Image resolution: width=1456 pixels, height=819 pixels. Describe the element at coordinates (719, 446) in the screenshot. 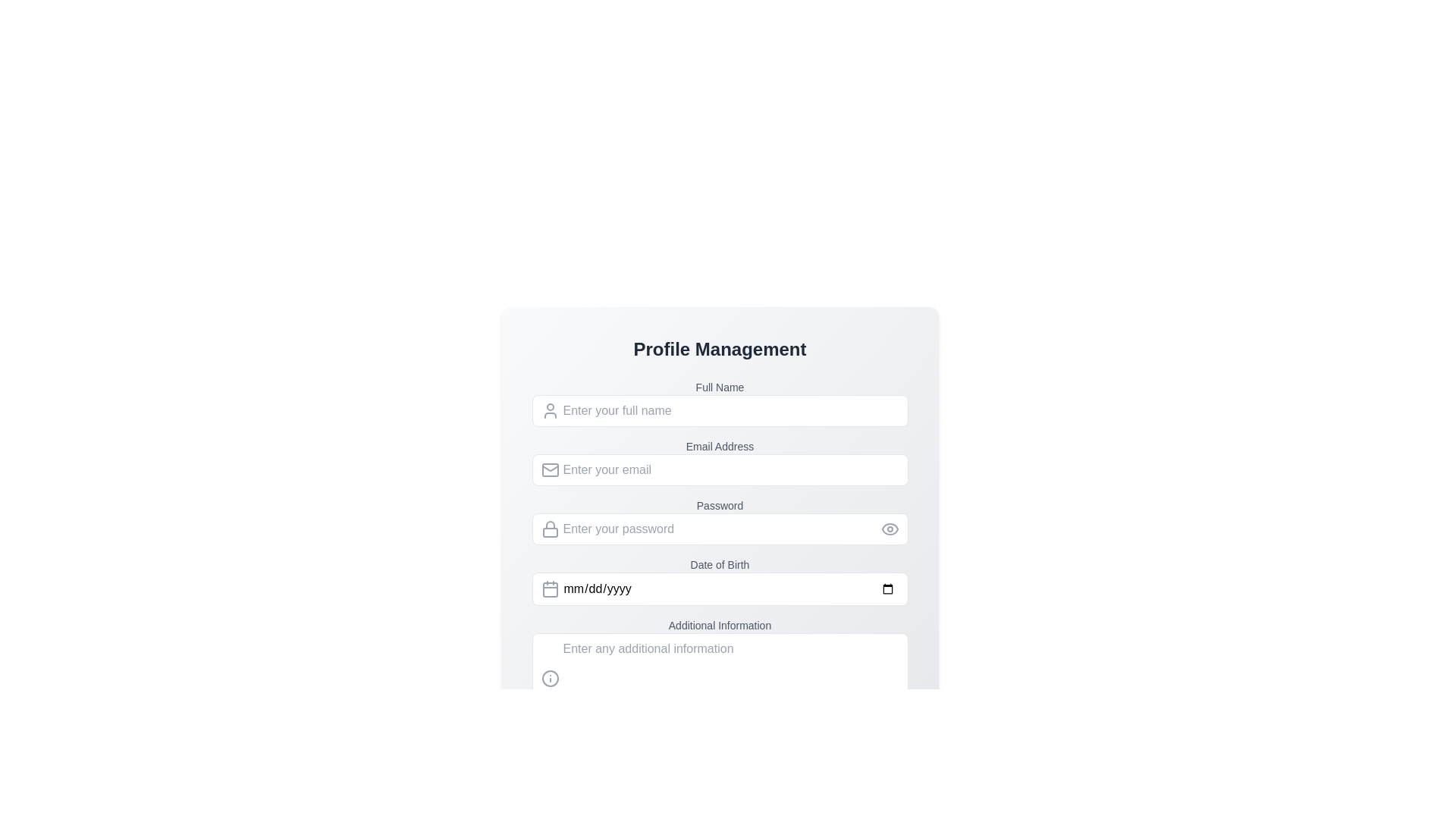

I see `the 'Email Address' label, which is styled with a gray color and positioned above the input box in the form layout` at that location.